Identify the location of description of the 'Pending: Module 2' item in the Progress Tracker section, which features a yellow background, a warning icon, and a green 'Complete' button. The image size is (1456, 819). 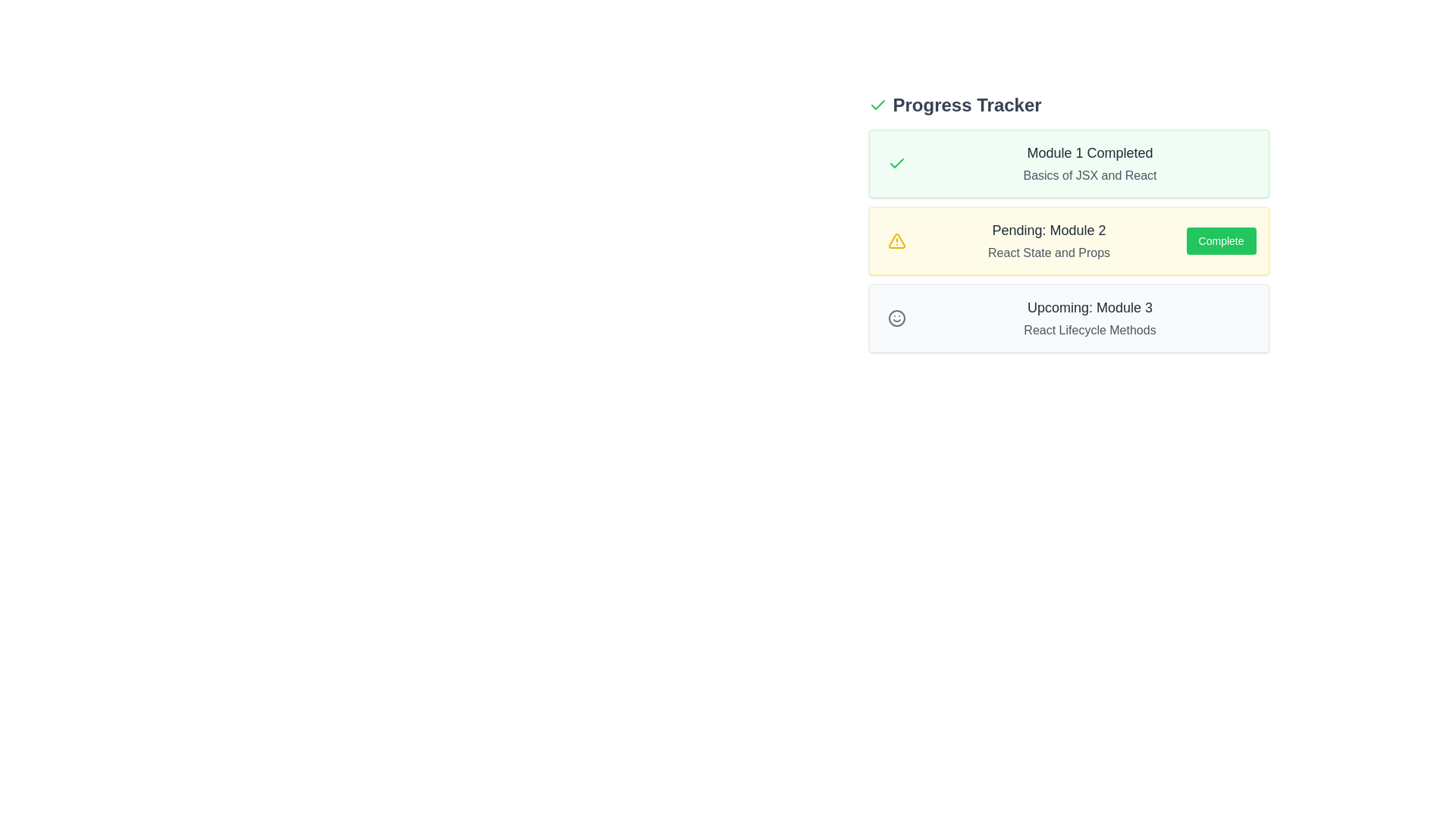
(1068, 240).